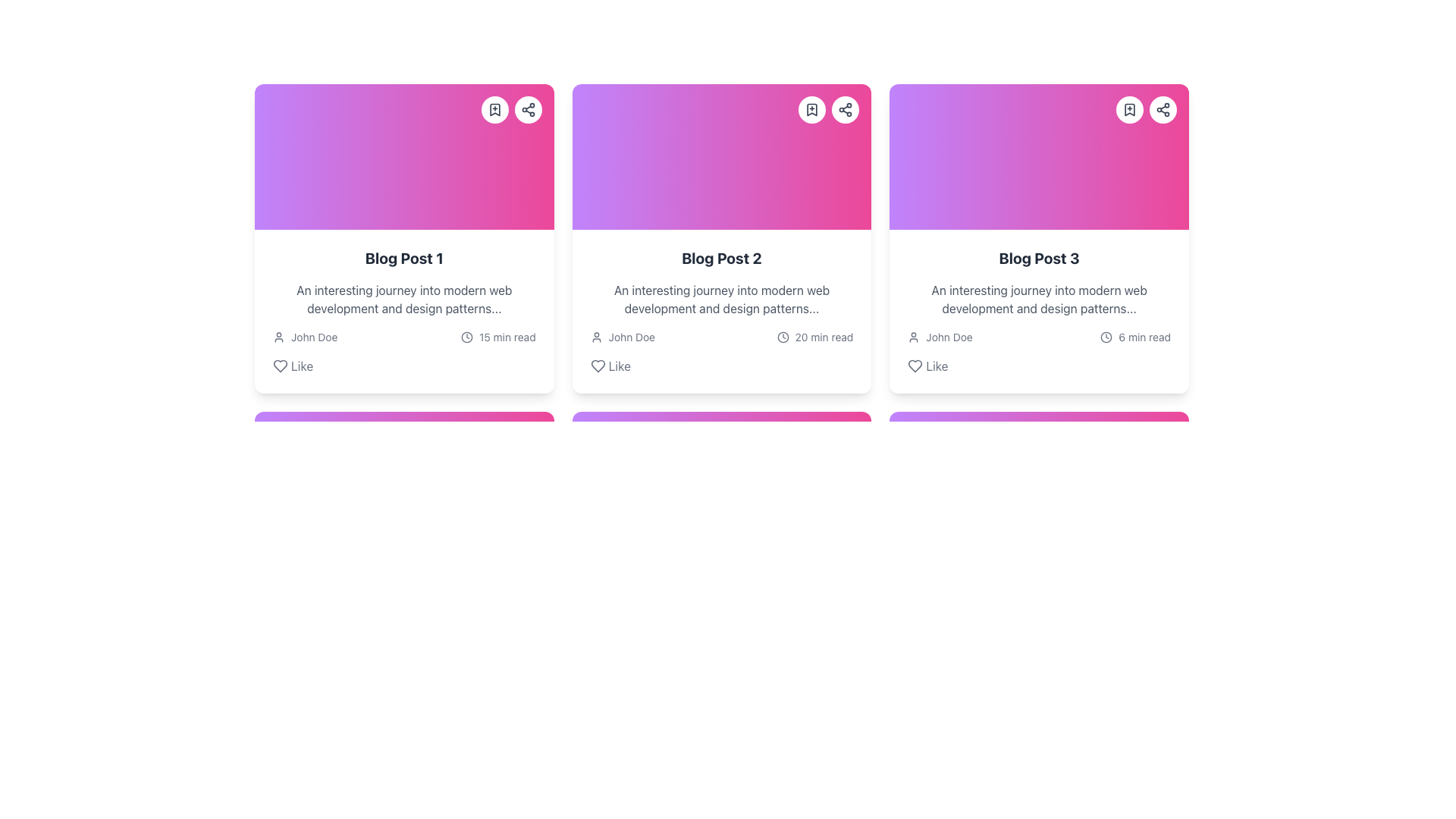 Image resolution: width=1456 pixels, height=819 pixels. I want to click on the author details component, so click(939, 336).